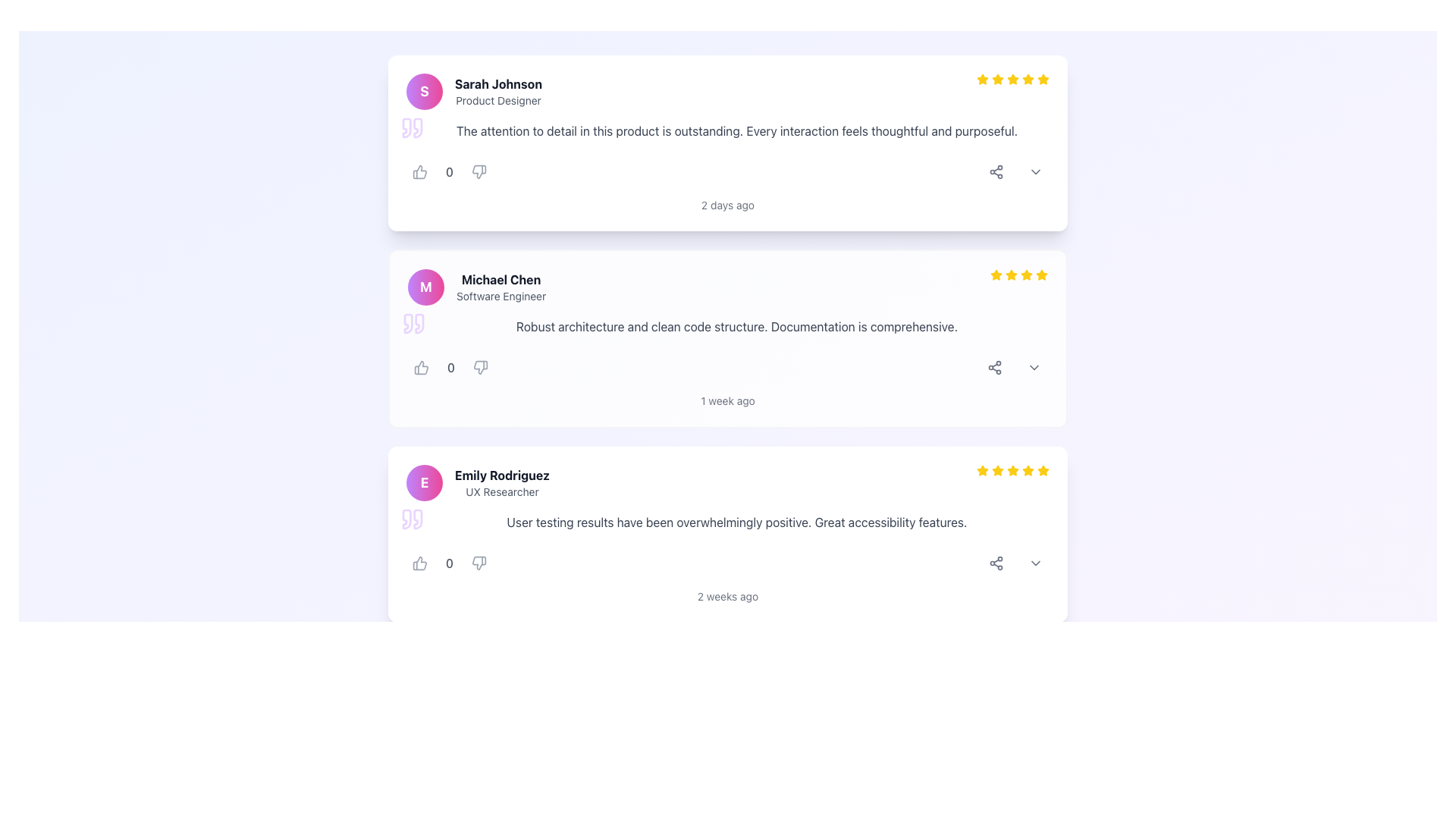 The height and width of the screenshot is (819, 1456). I want to click on the first yellow star icon to rate it, which is located to the right of the user's name and comment text, so click(996, 275).